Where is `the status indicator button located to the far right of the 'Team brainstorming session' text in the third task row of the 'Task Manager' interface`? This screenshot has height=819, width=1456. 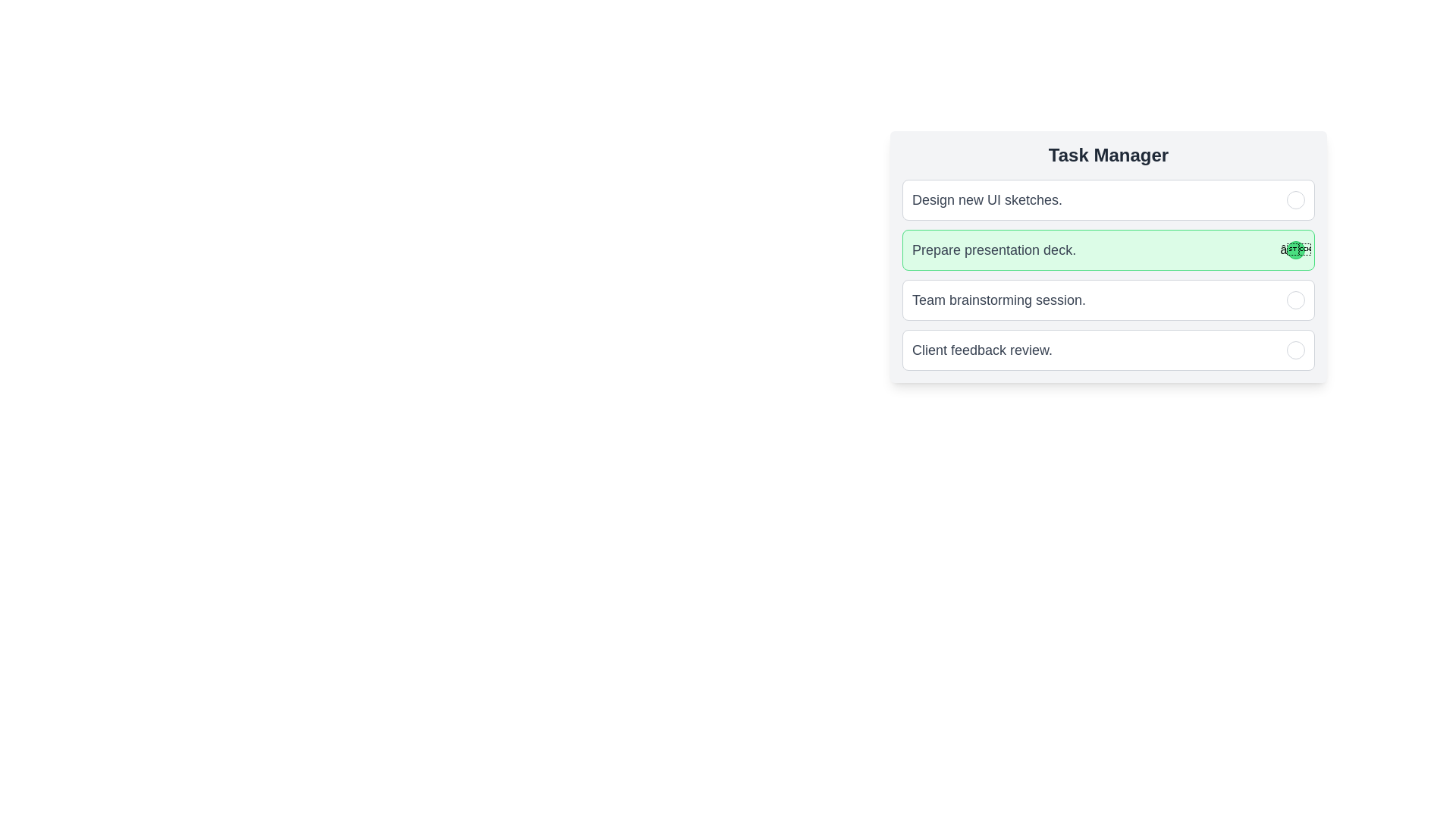 the status indicator button located to the far right of the 'Team brainstorming session' text in the third task row of the 'Task Manager' interface is located at coordinates (1294, 300).